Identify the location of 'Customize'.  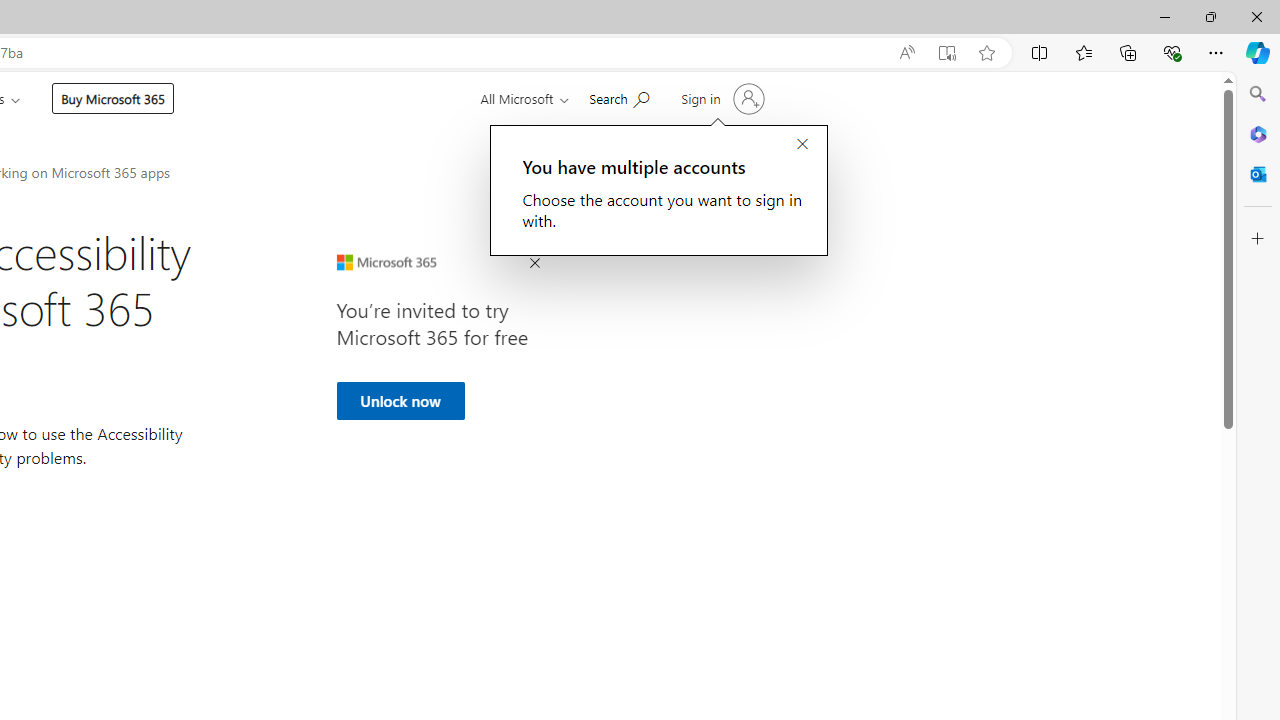
(1257, 238).